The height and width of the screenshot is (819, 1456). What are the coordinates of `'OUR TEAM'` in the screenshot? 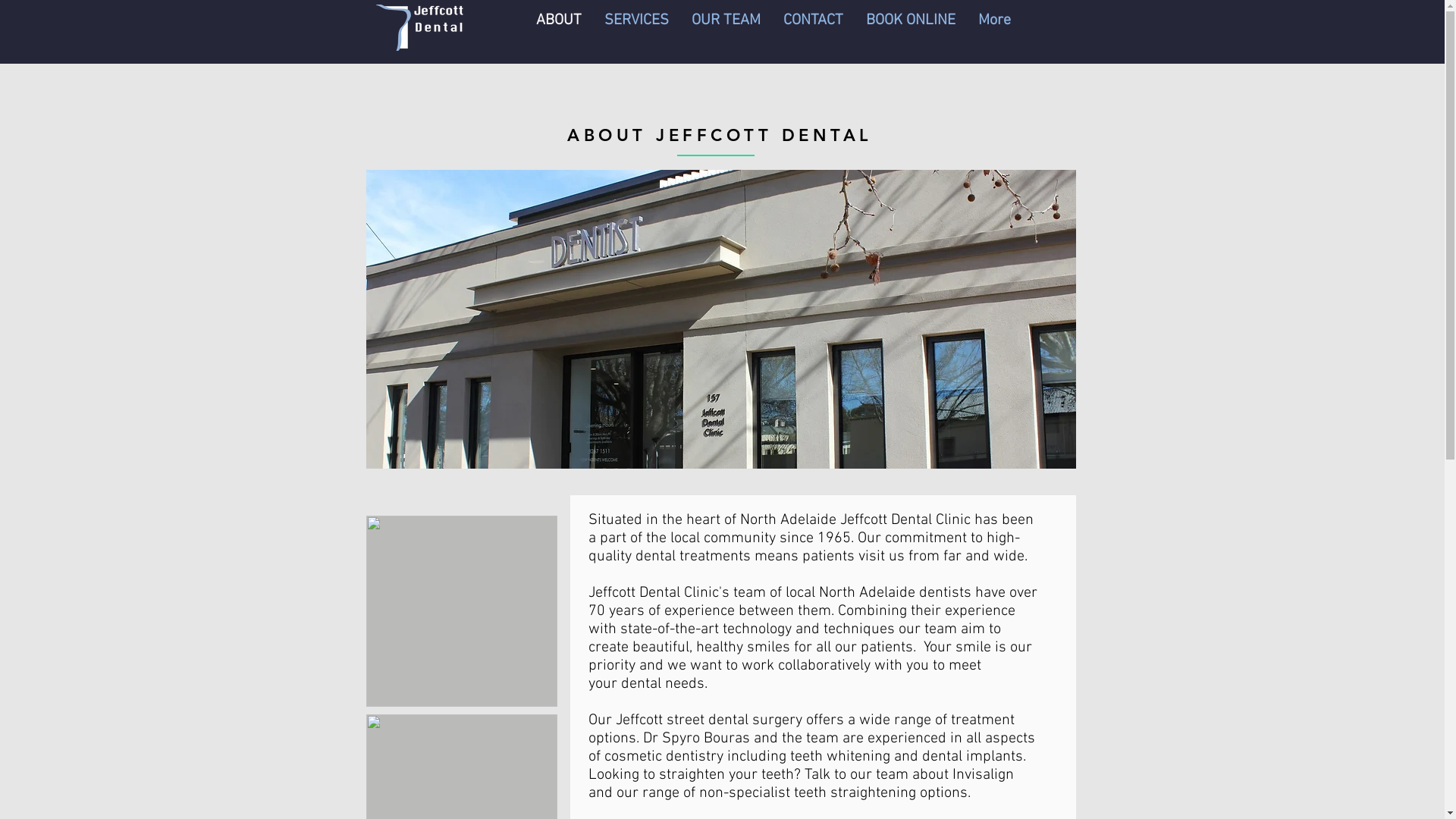 It's located at (679, 27).